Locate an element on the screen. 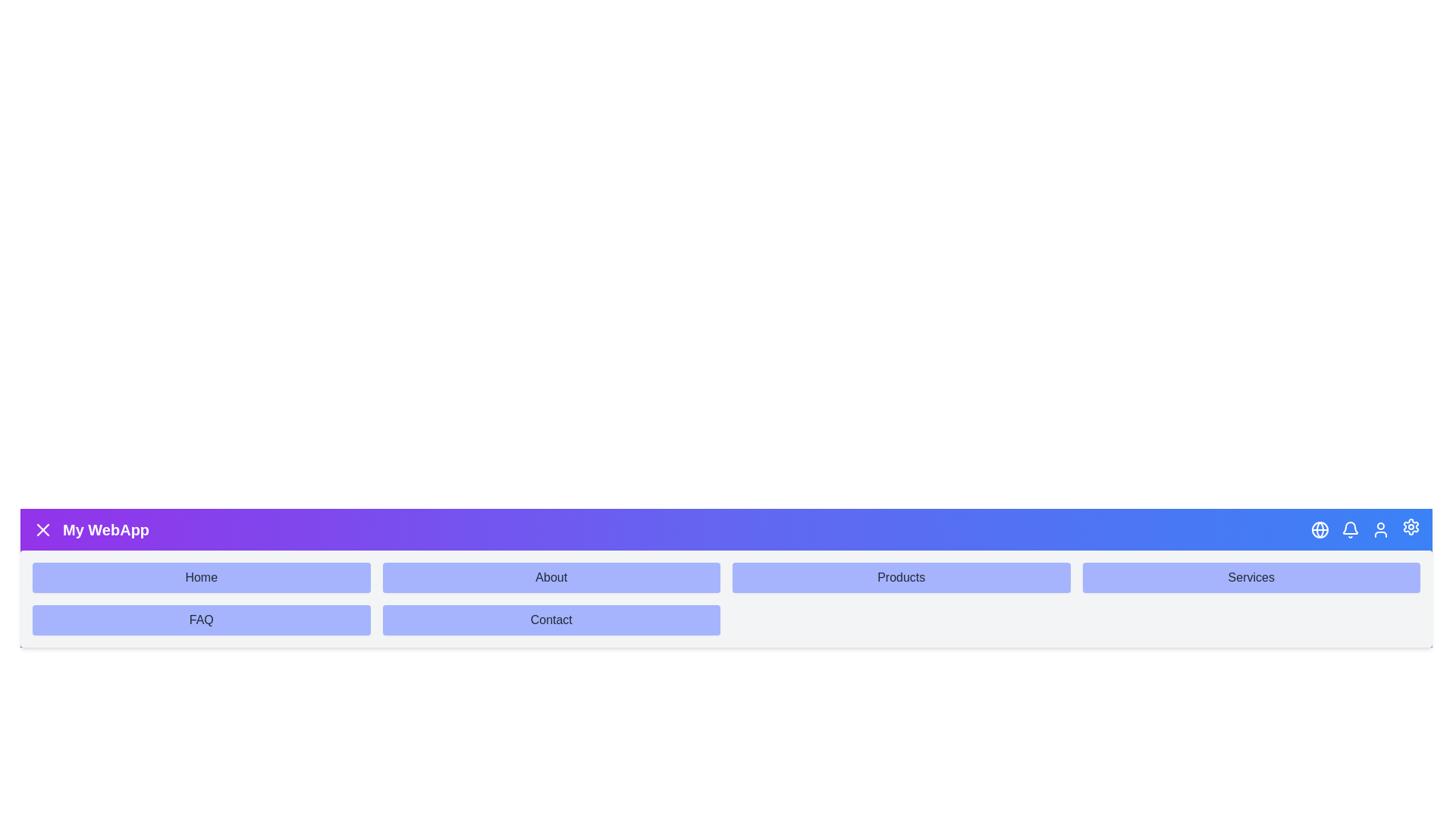  the submenu item About to navigate to its section is located at coordinates (551, 578).